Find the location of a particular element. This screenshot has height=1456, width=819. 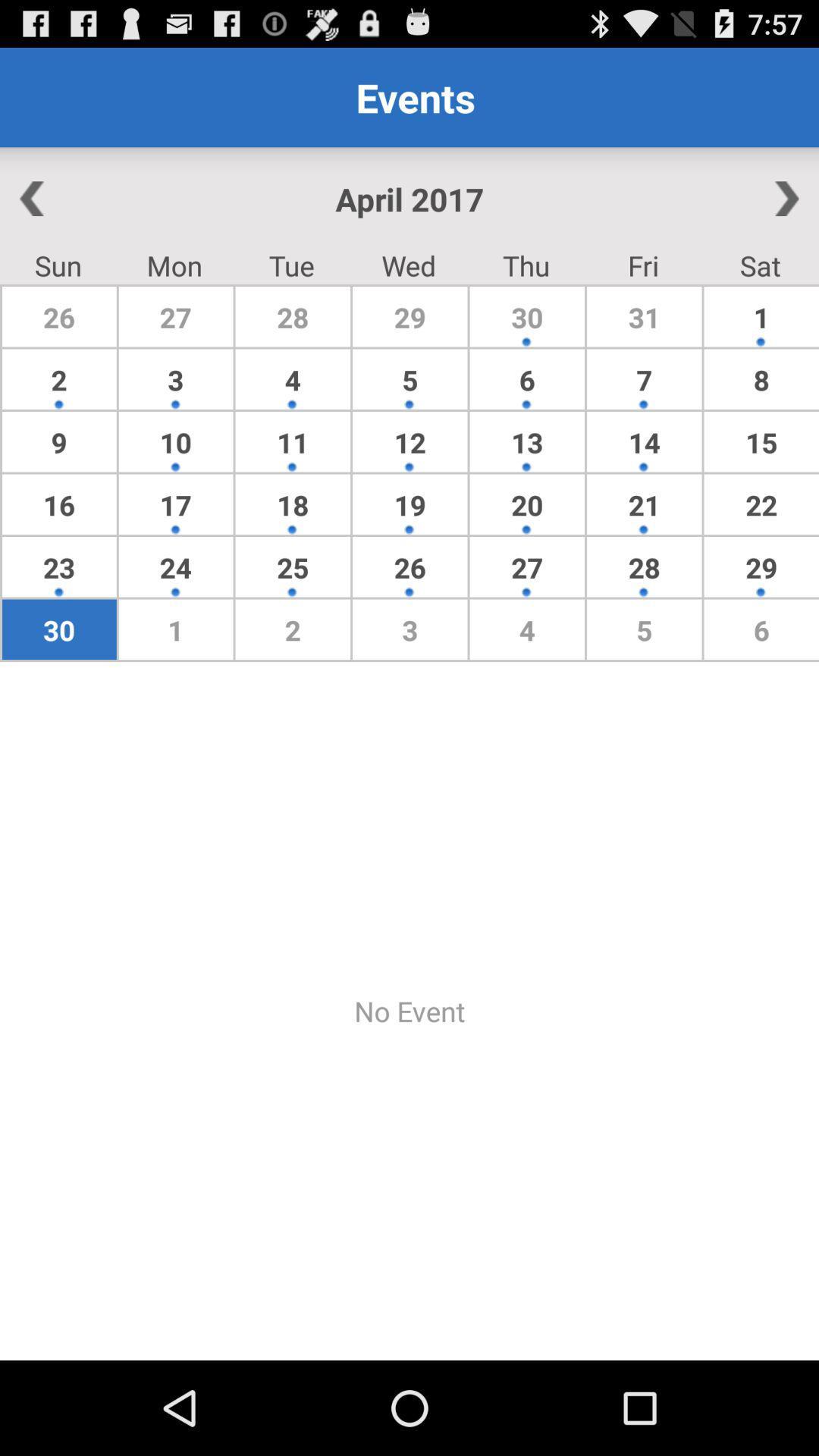

item below 3 icon is located at coordinates (293, 441).